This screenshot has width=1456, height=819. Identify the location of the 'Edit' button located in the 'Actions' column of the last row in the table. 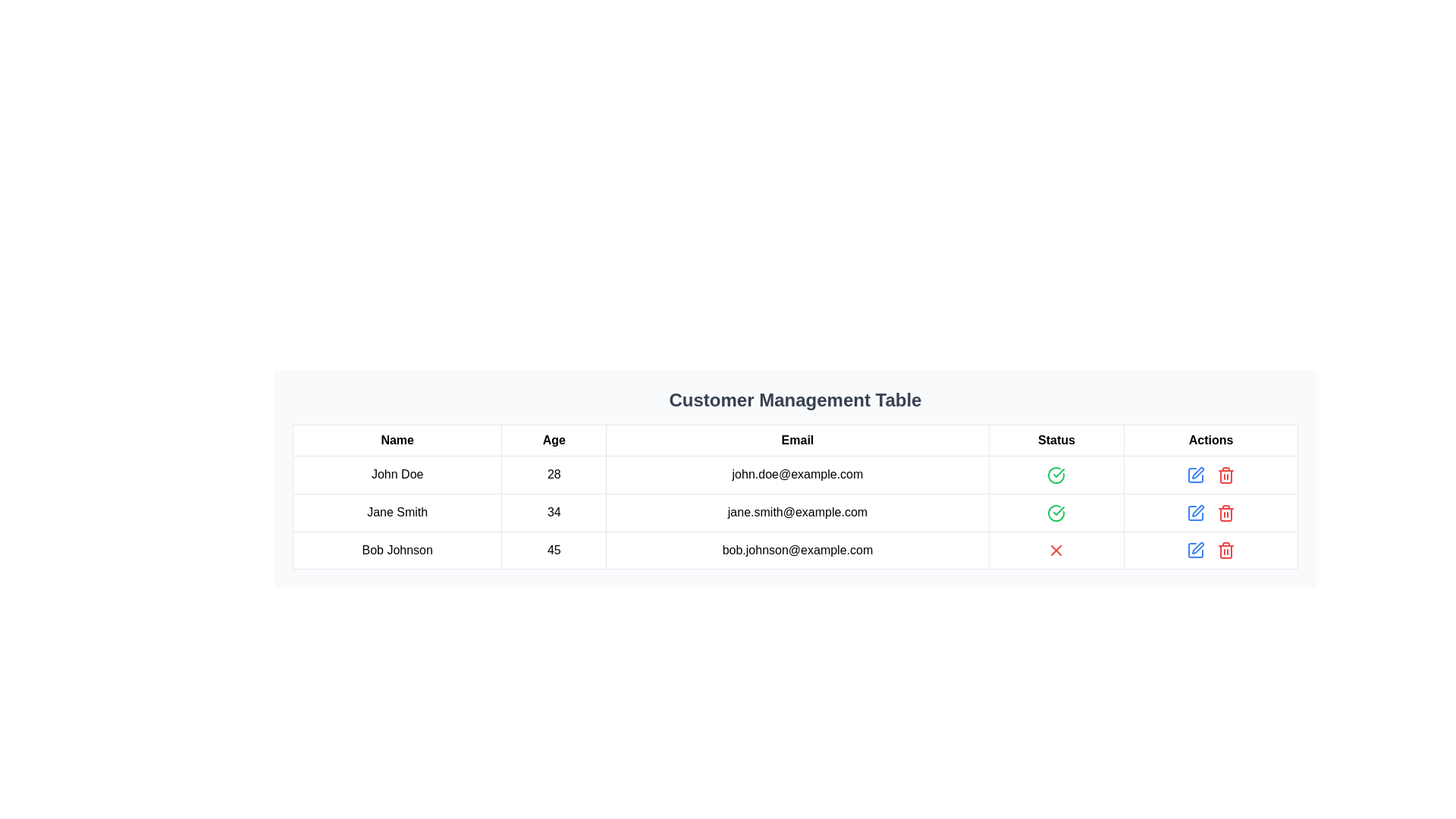
(1195, 551).